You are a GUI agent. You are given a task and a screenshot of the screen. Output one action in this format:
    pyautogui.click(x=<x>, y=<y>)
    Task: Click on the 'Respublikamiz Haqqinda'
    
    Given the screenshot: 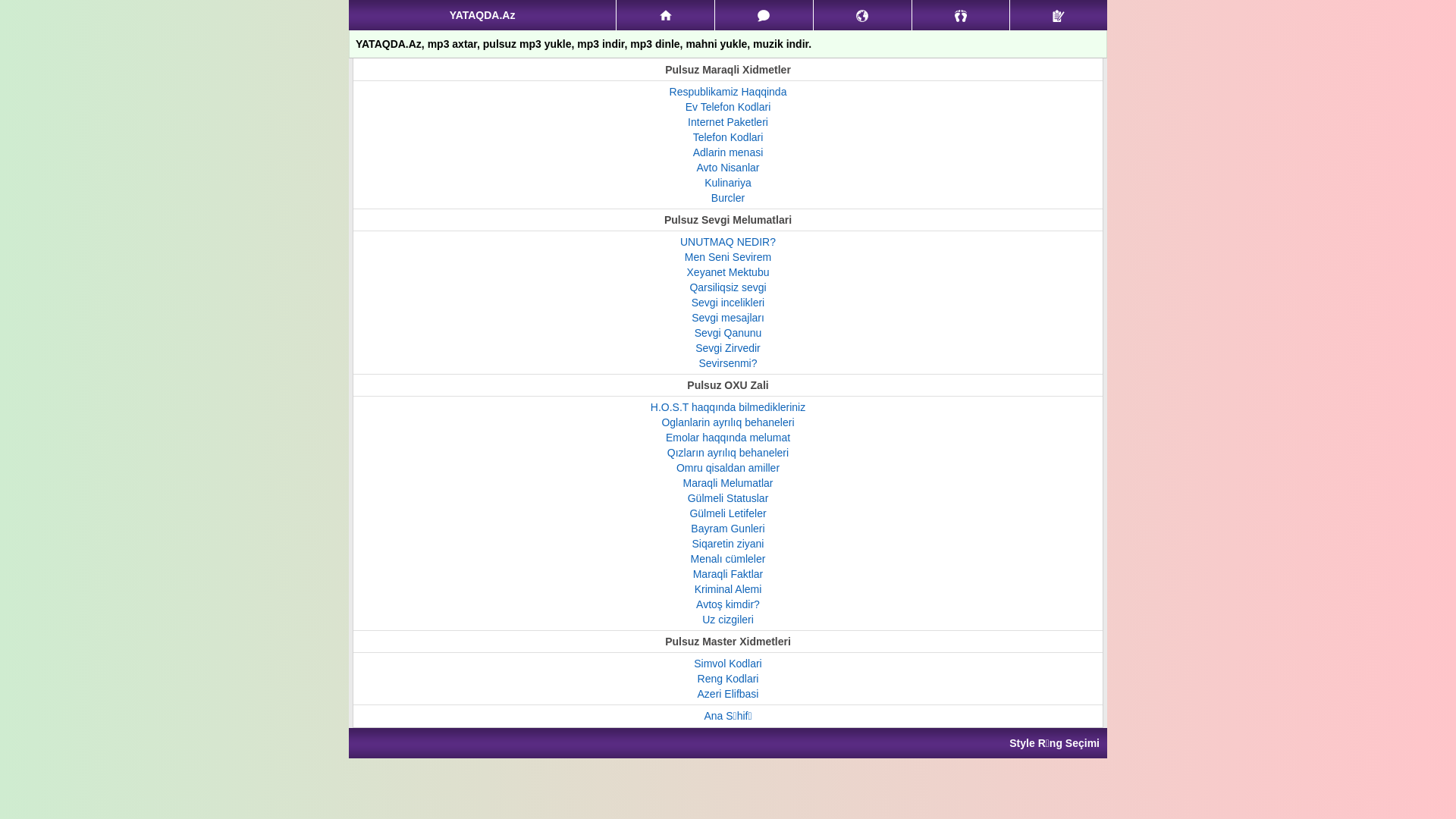 What is the action you would take?
    pyautogui.click(x=728, y=91)
    